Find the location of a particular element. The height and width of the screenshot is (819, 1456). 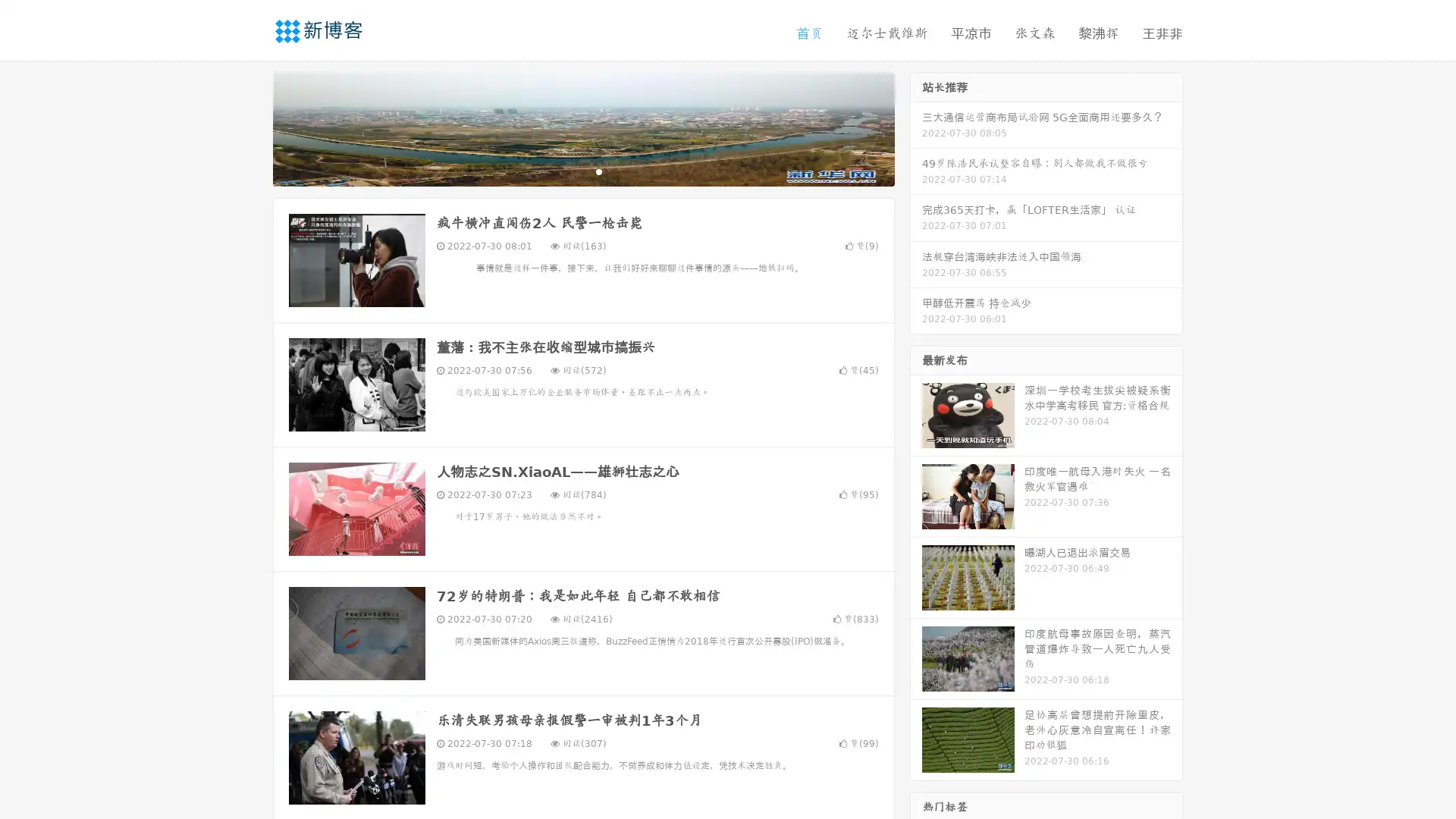

Previous slide is located at coordinates (250, 127).